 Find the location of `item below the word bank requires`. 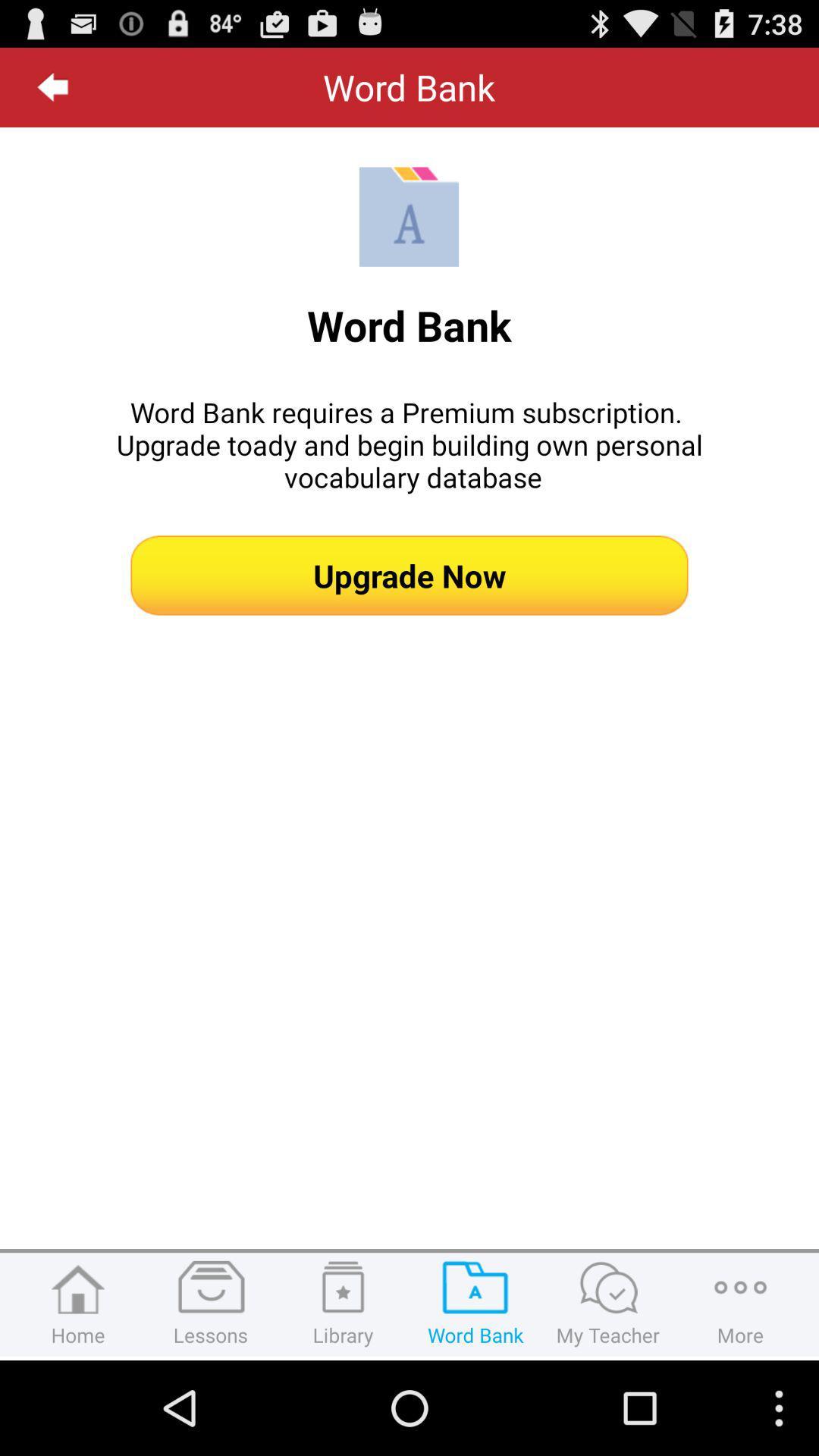

item below the word bank requires is located at coordinates (409, 574).